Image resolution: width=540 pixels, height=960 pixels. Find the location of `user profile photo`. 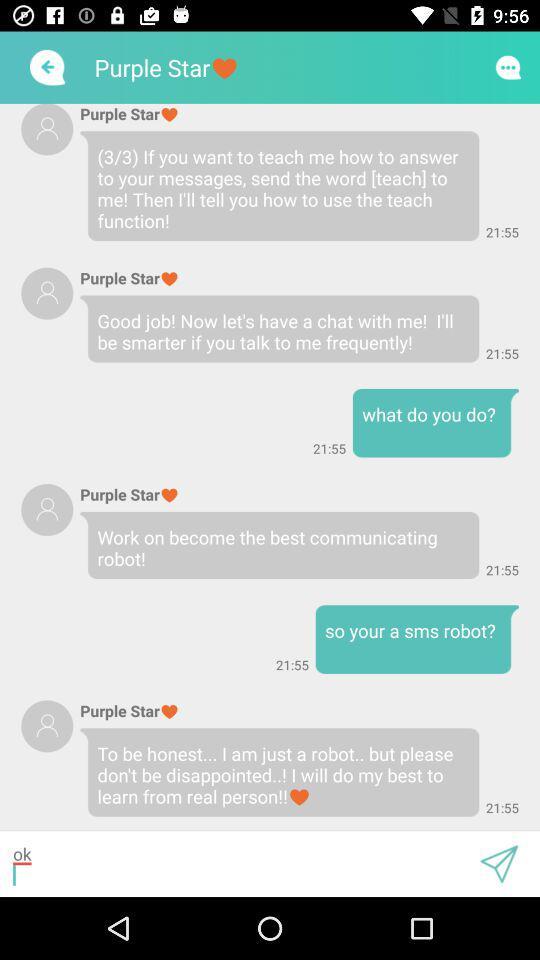

user profile photo is located at coordinates (47, 725).